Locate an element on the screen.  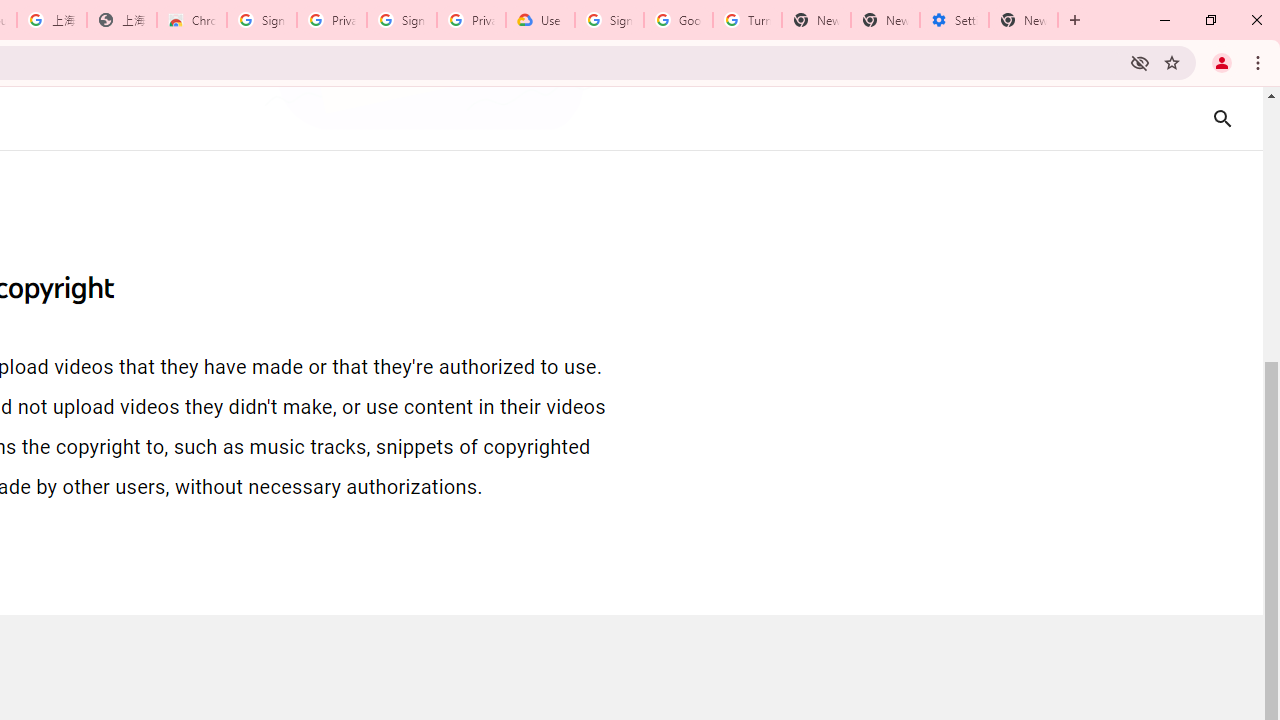
'Google Account Help' is located at coordinates (678, 20).